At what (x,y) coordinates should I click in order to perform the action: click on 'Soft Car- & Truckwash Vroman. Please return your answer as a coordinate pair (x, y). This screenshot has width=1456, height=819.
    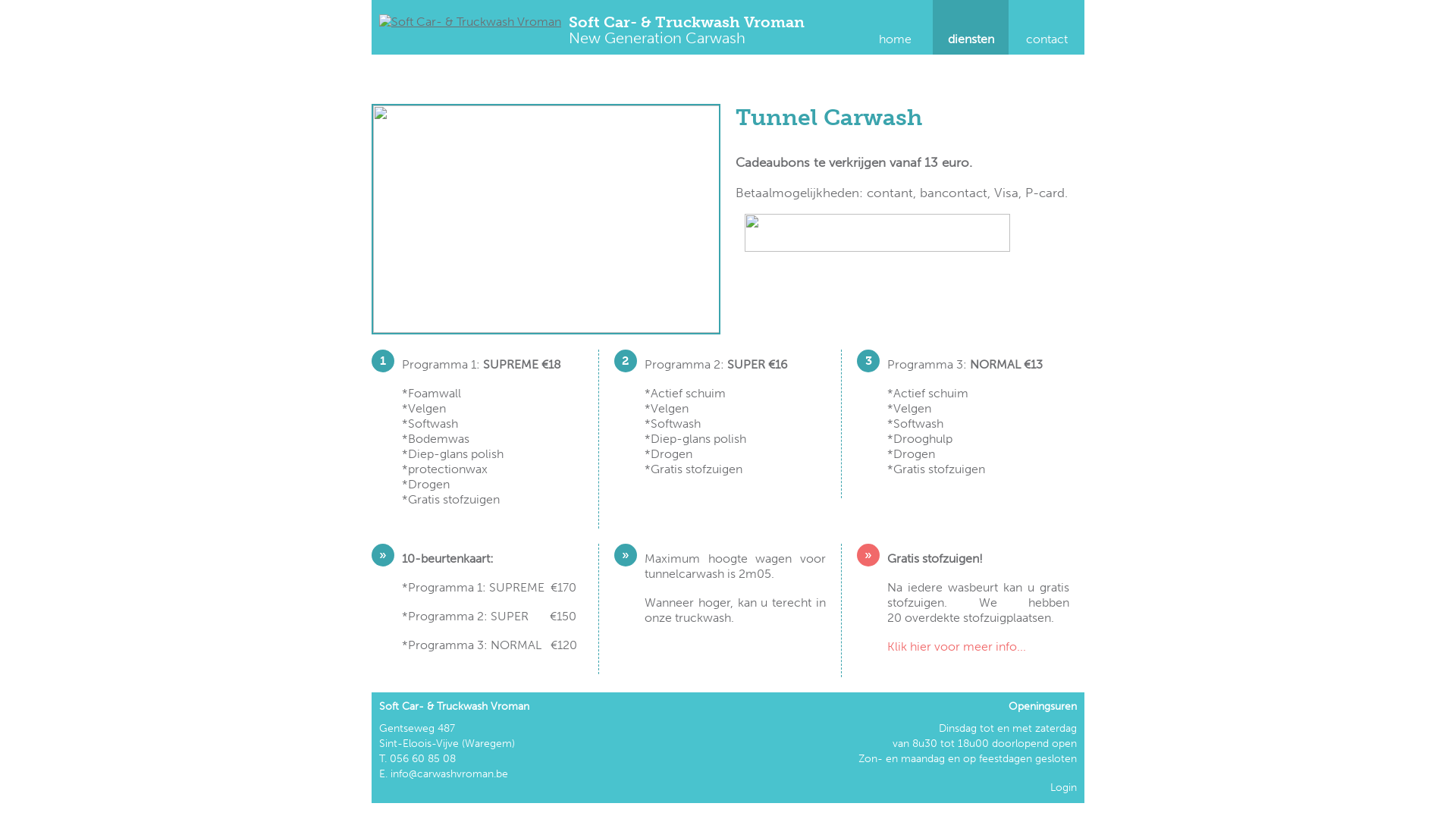
    Looking at the image, I should click on (686, 31).